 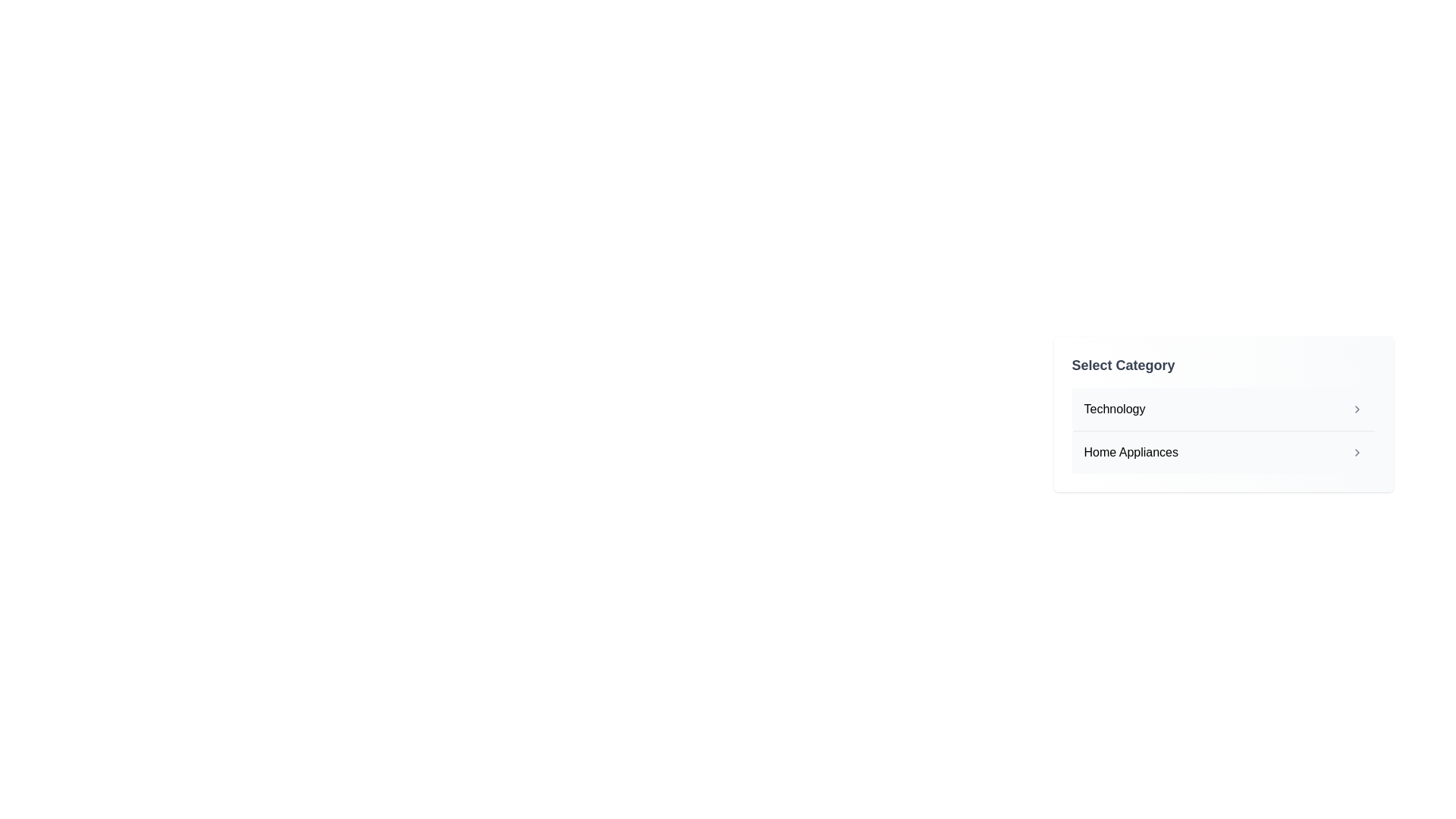 I want to click on the right-pointing arrow icon used for expandable options next to 'Home Appliances' in the 'Select Category' list, so click(x=1357, y=452).